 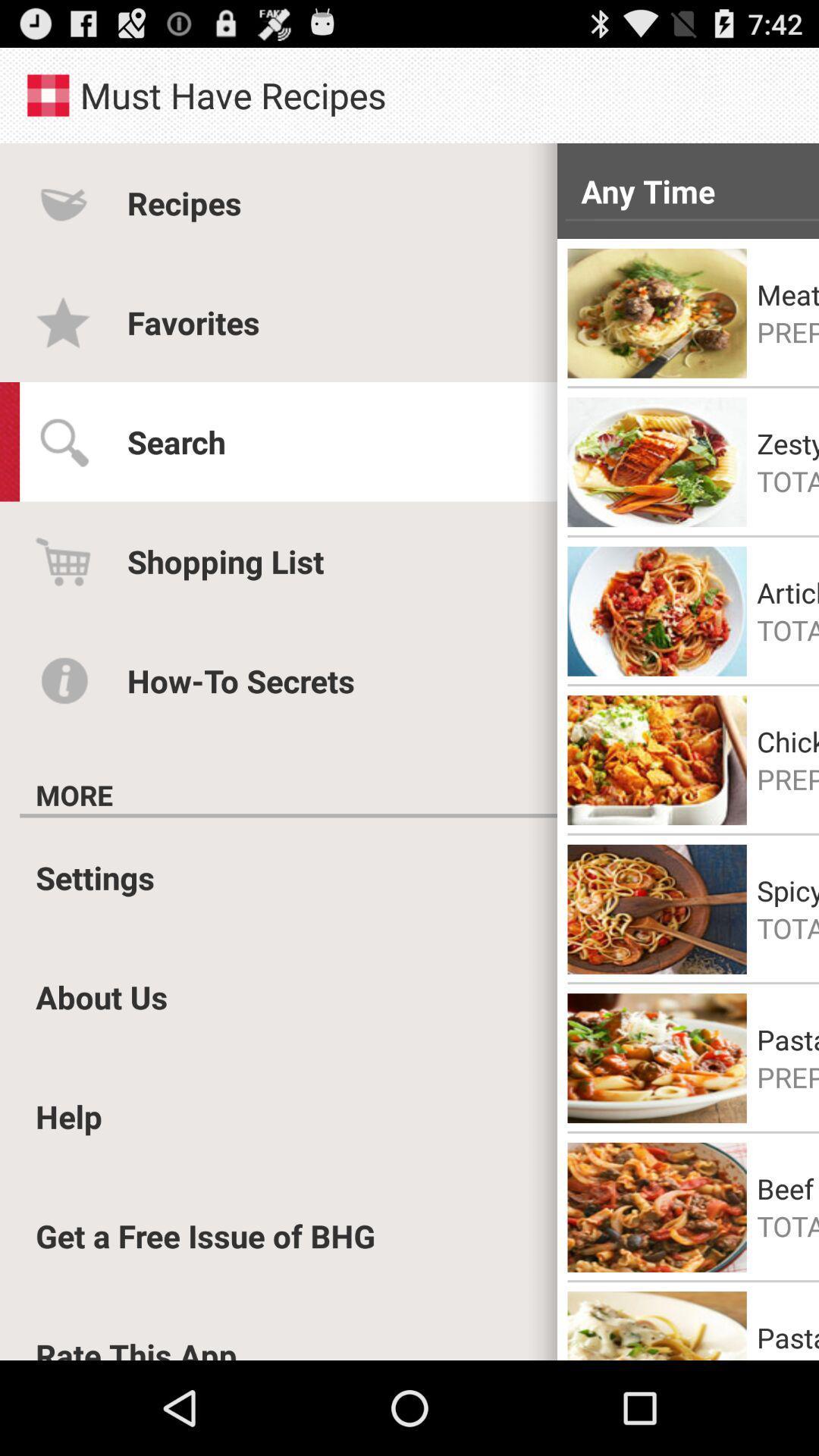 I want to click on about us app, so click(x=102, y=996).